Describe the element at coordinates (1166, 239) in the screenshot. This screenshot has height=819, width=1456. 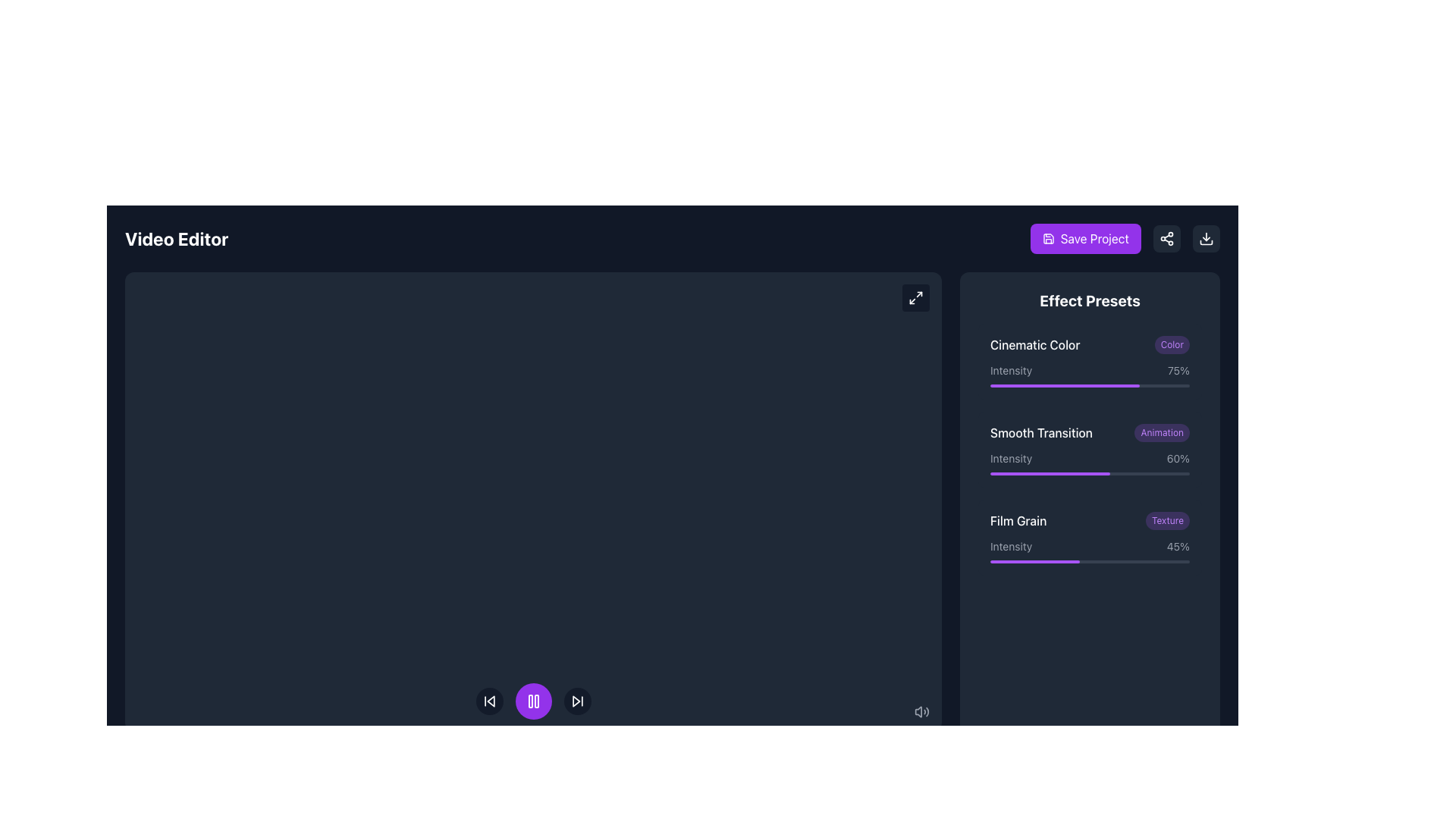
I see `the share button located in the top-right section of the interface, positioned between the 'Save Project' button and the download button` at that location.